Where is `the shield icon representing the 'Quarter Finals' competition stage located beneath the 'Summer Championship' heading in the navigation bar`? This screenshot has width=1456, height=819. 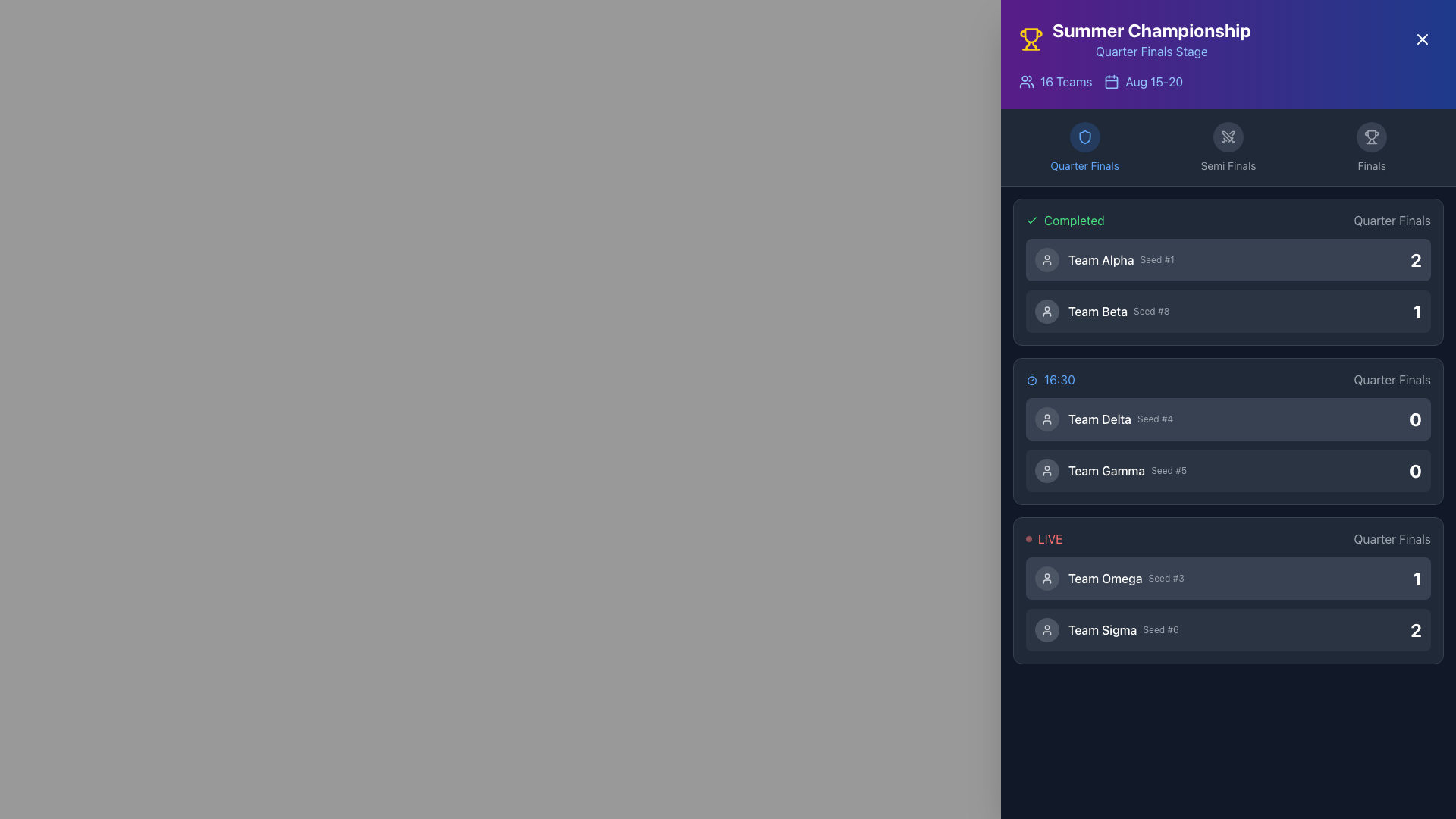
the shield icon representing the 'Quarter Finals' competition stage located beneath the 'Summer Championship' heading in the navigation bar is located at coordinates (1084, 137).